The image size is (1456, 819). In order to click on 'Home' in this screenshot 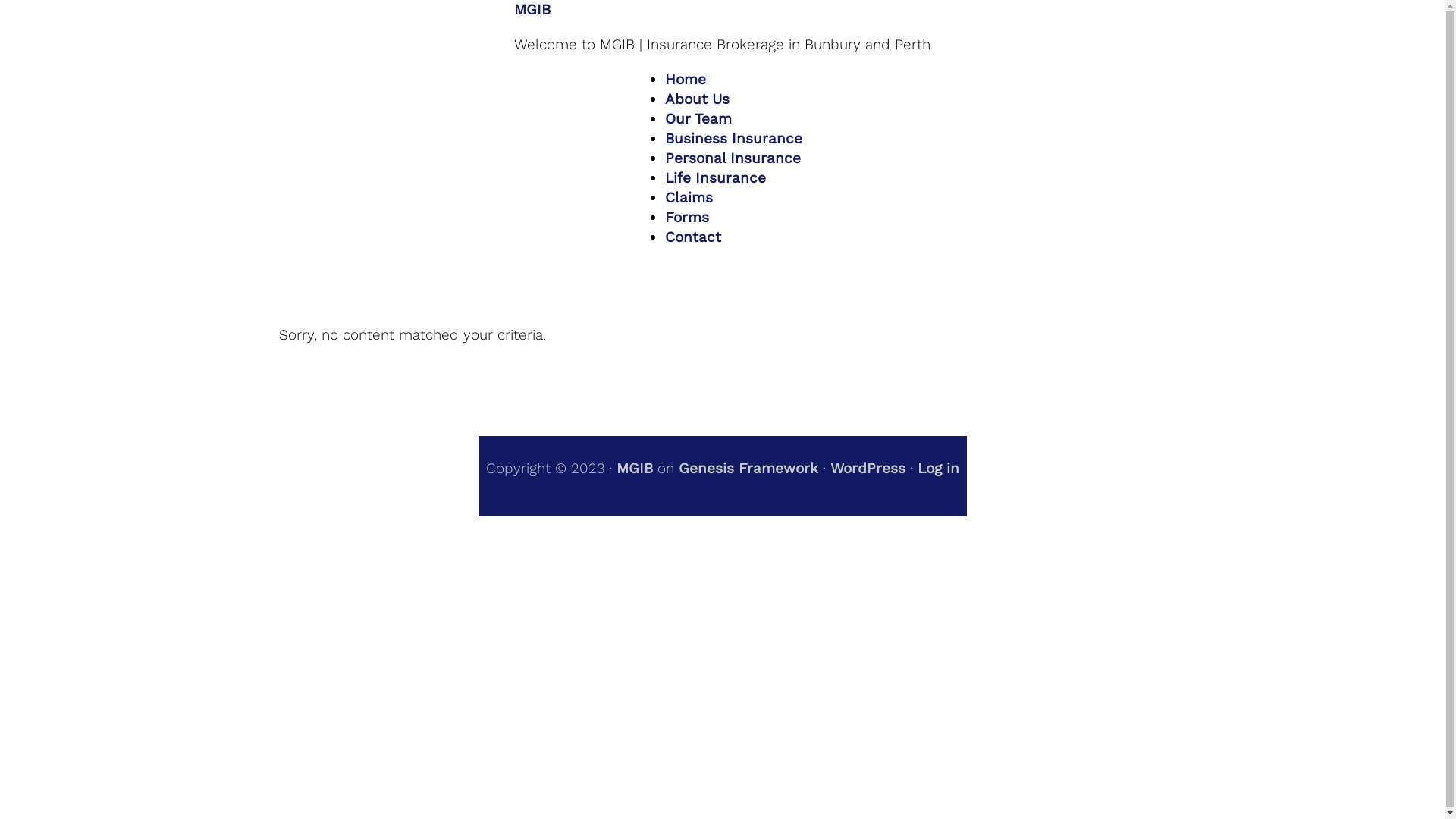, I will do `click(665, 79)`.